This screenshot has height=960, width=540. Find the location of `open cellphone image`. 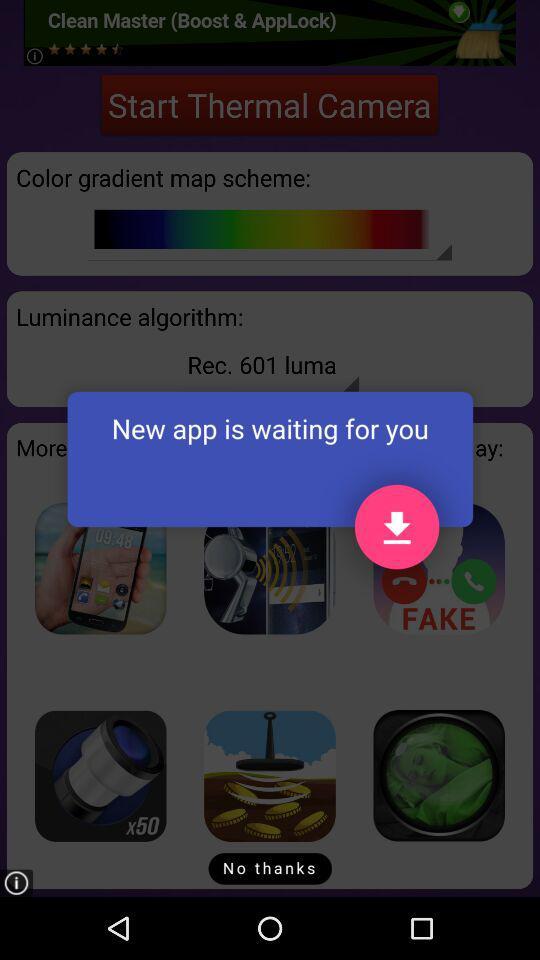

open cellphone image is located at coordinates (99, 568).